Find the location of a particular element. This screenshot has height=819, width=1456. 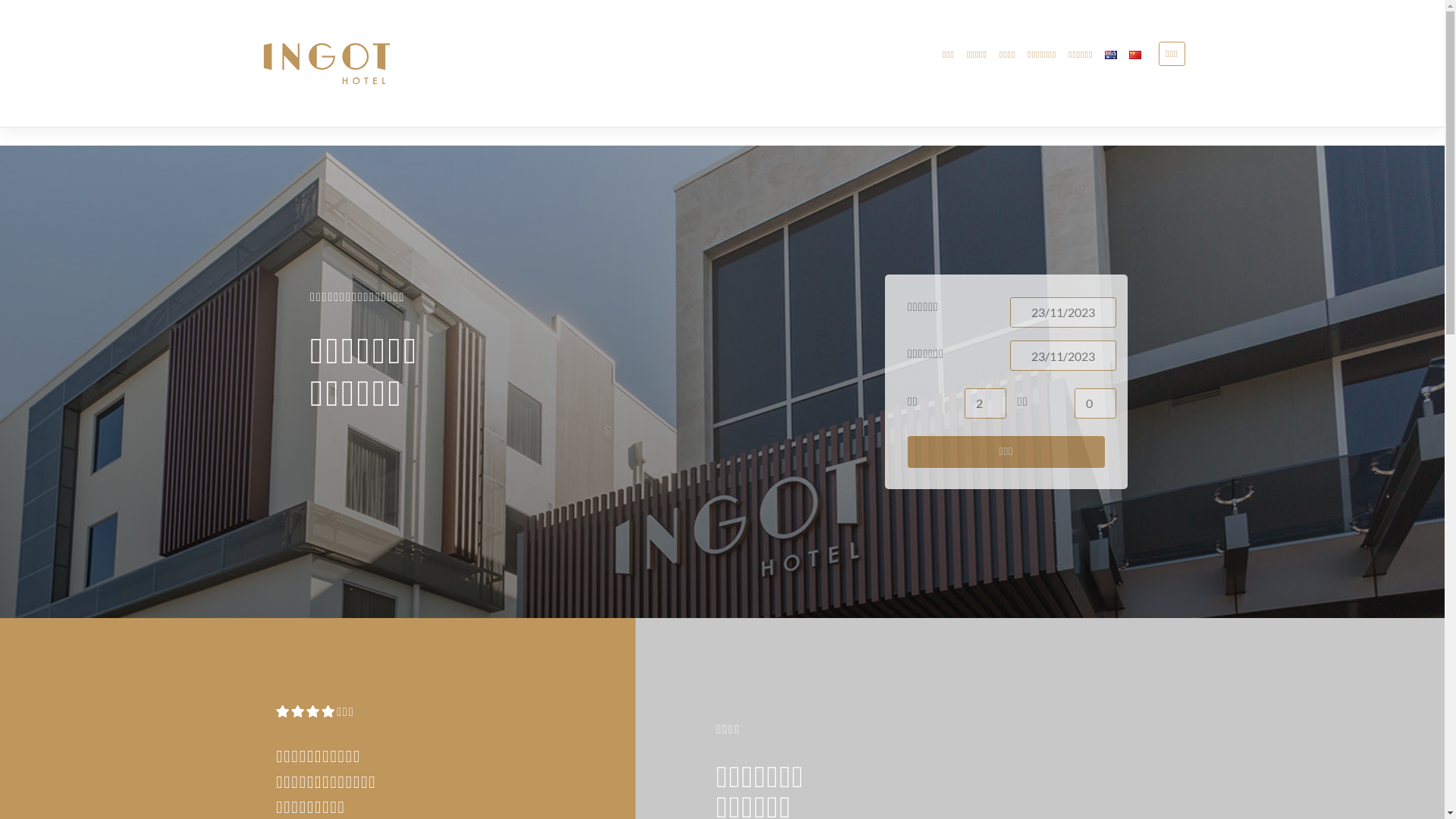

'English' is located at coordinates (1105, 54).